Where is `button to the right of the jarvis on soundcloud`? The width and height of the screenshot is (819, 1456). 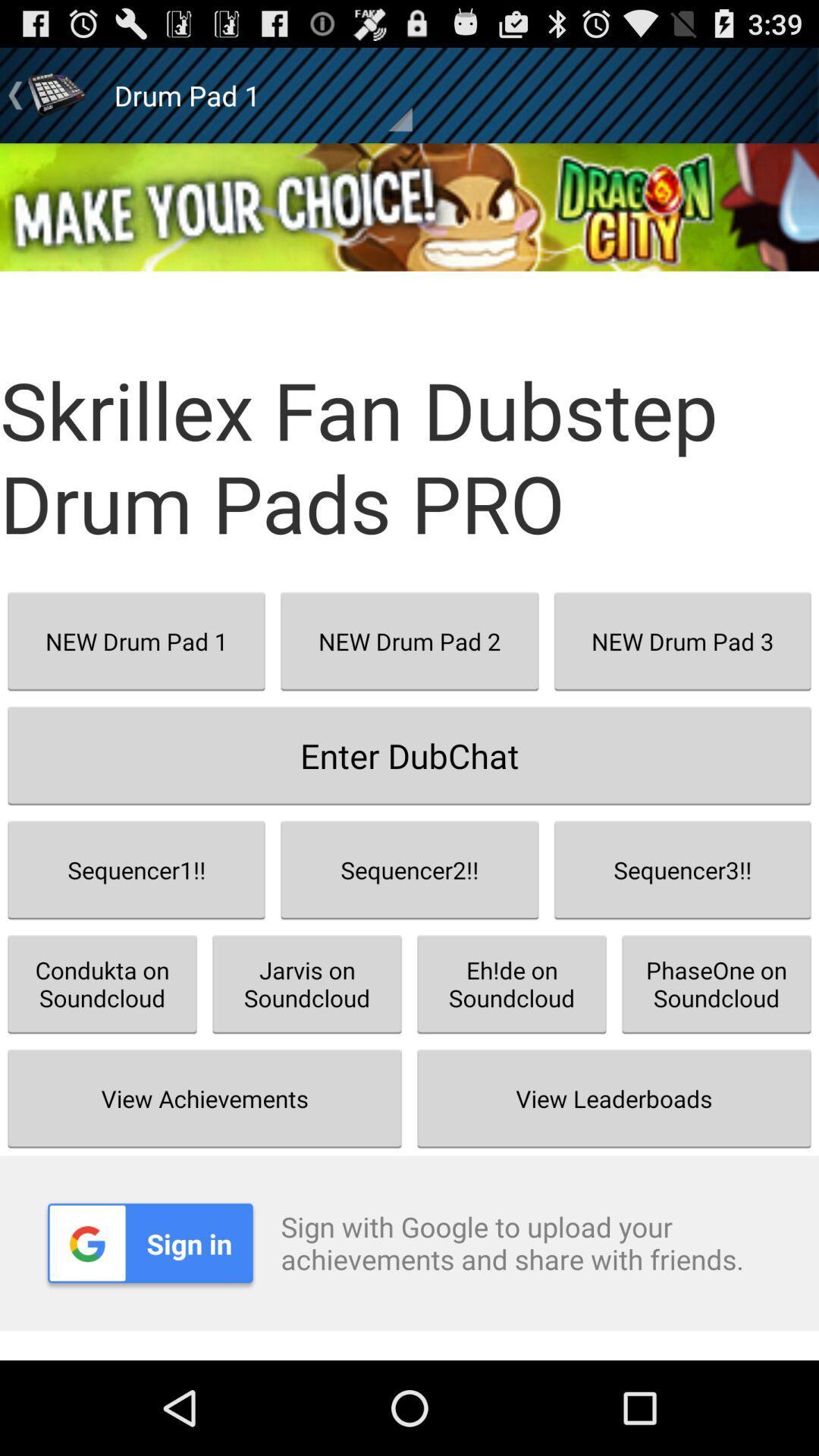
button to the right of the jarvis on soundcloud is located at coordinates (614, 1098).